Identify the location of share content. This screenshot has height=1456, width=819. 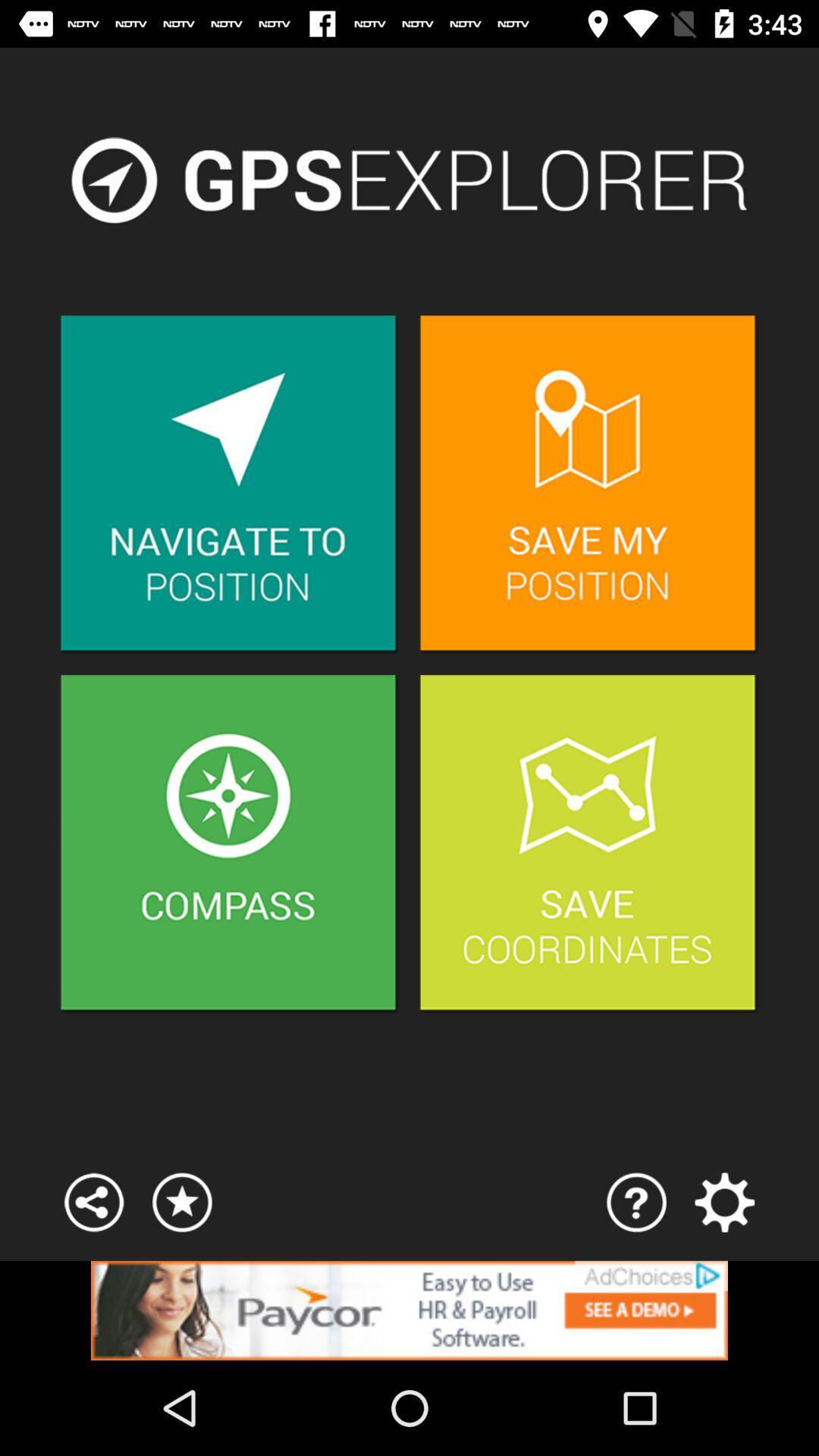
(94, 1201).